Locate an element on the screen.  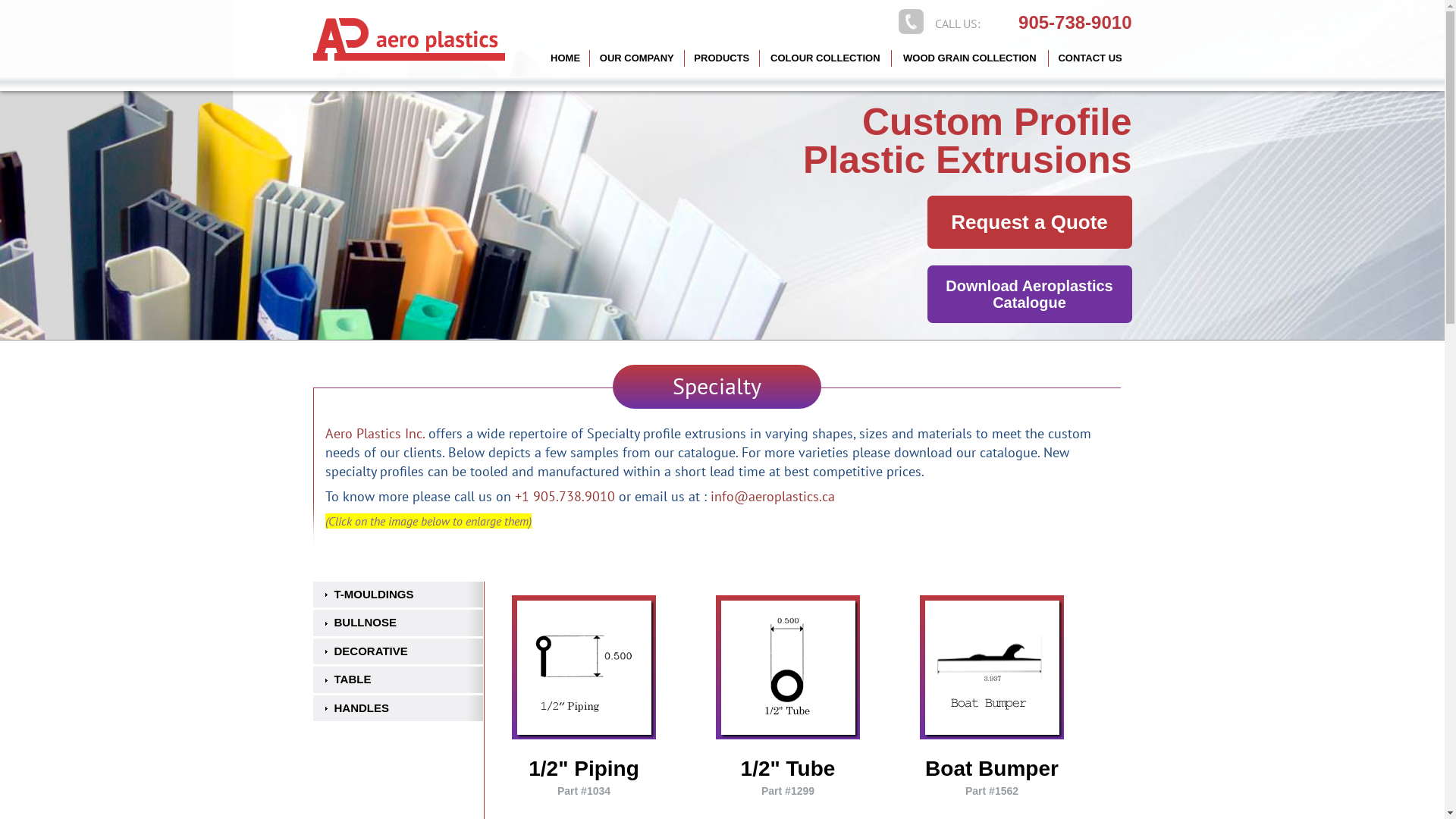
'CONTACT US' is located at coordinates (1090, 58).